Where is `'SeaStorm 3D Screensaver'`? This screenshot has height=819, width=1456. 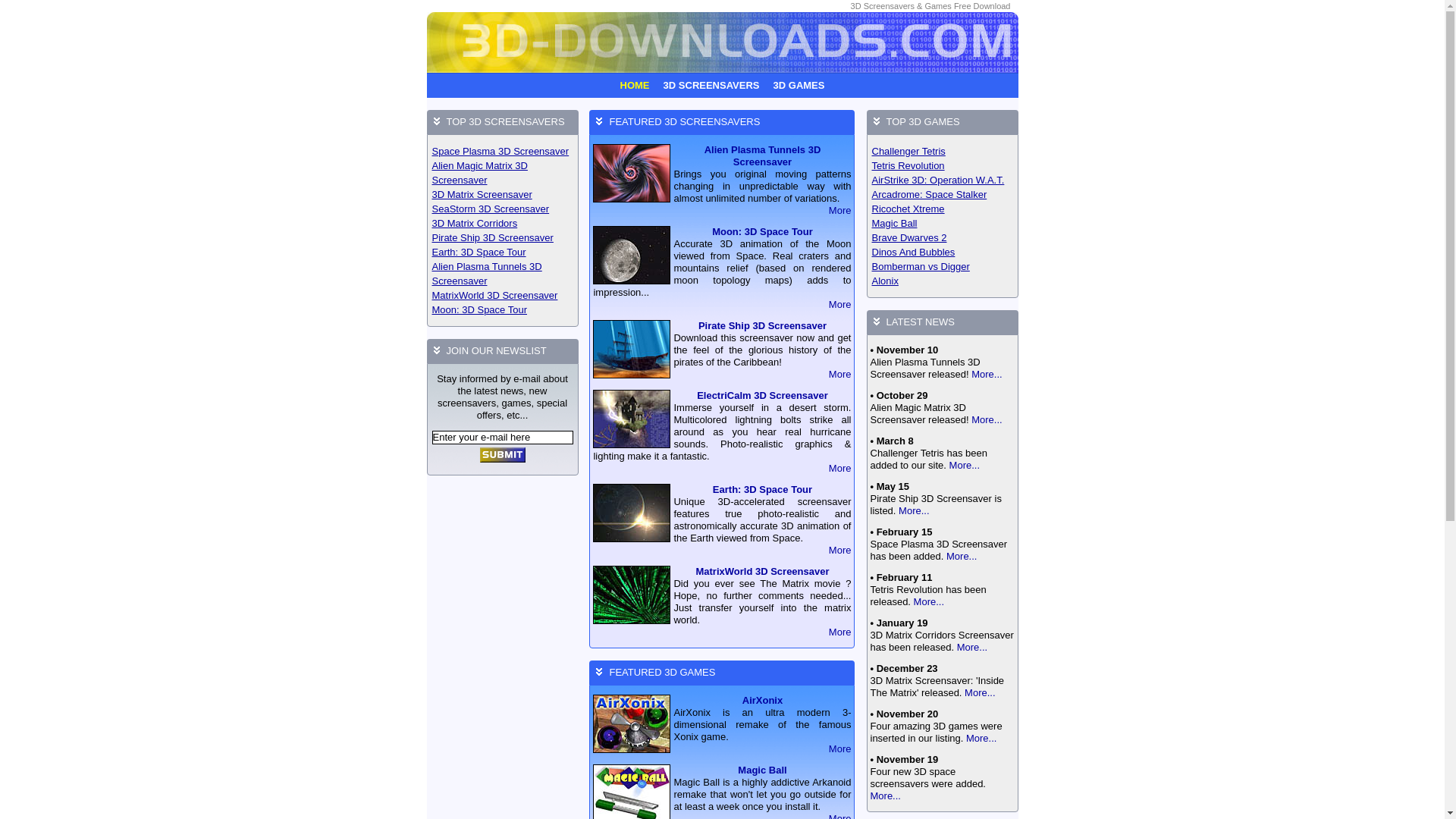 'SeaStorm 3D Screensaver' is located at coordinates (503, 209).